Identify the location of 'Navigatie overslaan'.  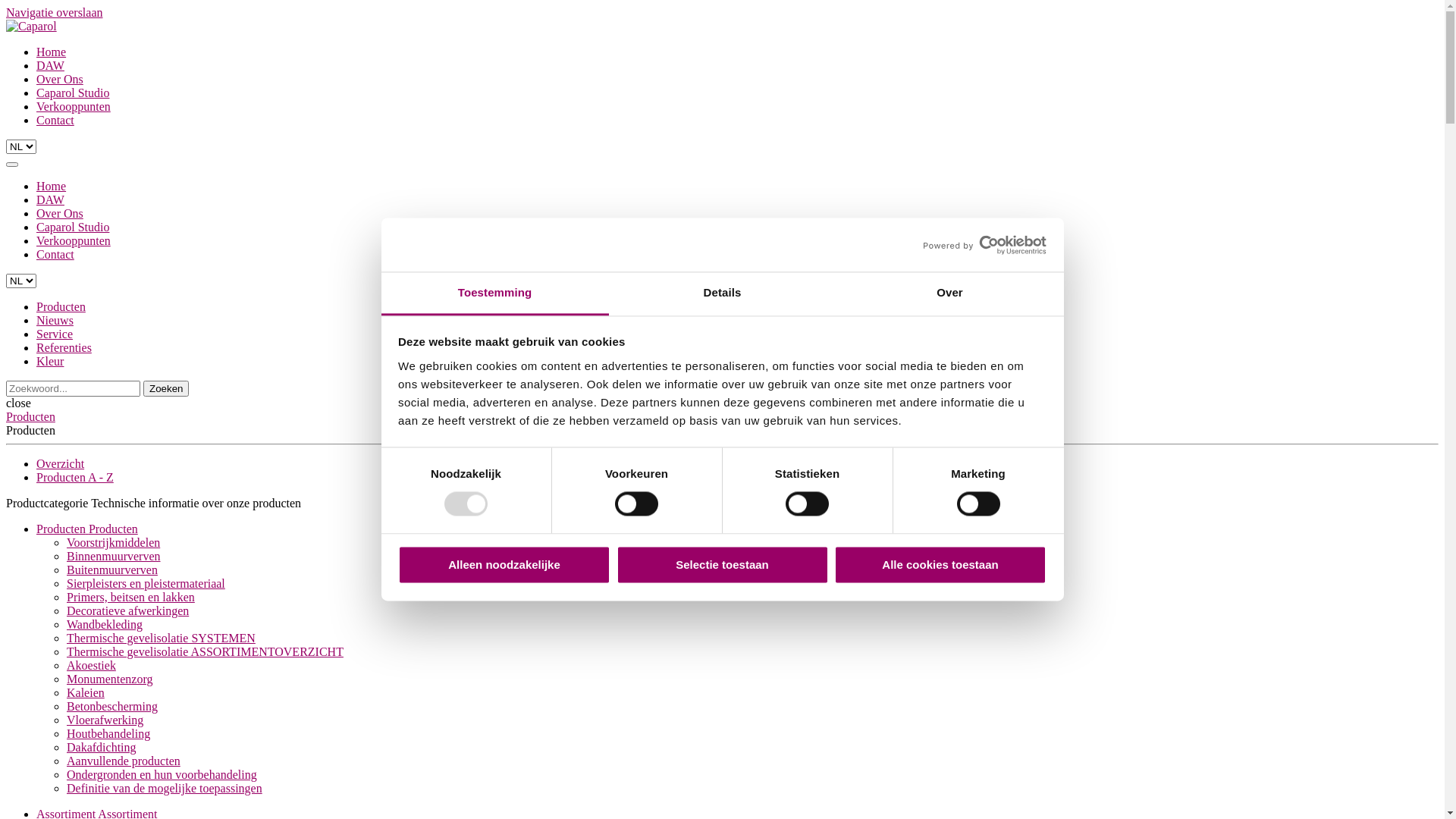
(55, 12).